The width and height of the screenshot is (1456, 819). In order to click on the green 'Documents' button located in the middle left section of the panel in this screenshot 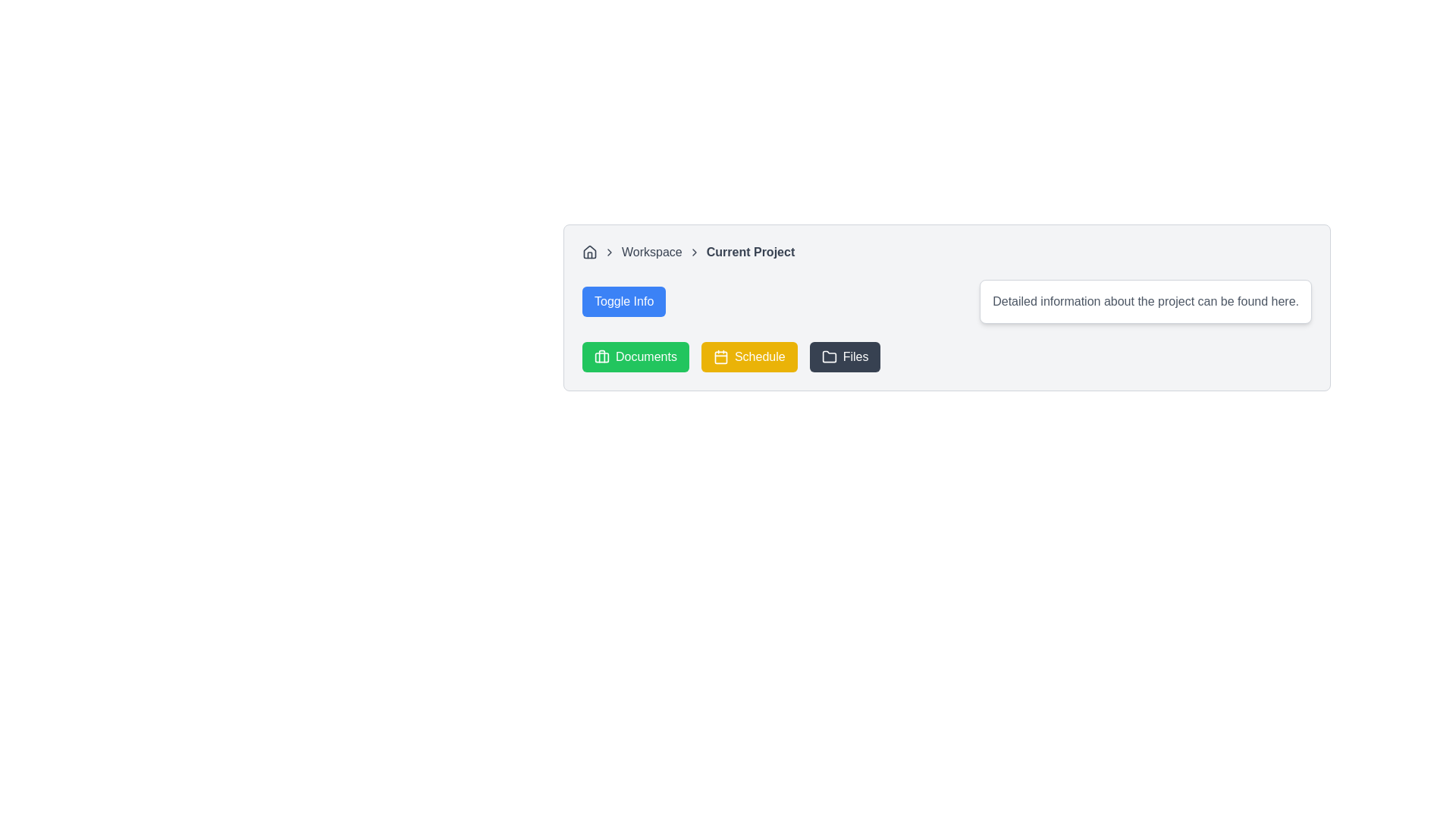, I will do `click(601, 356)`.